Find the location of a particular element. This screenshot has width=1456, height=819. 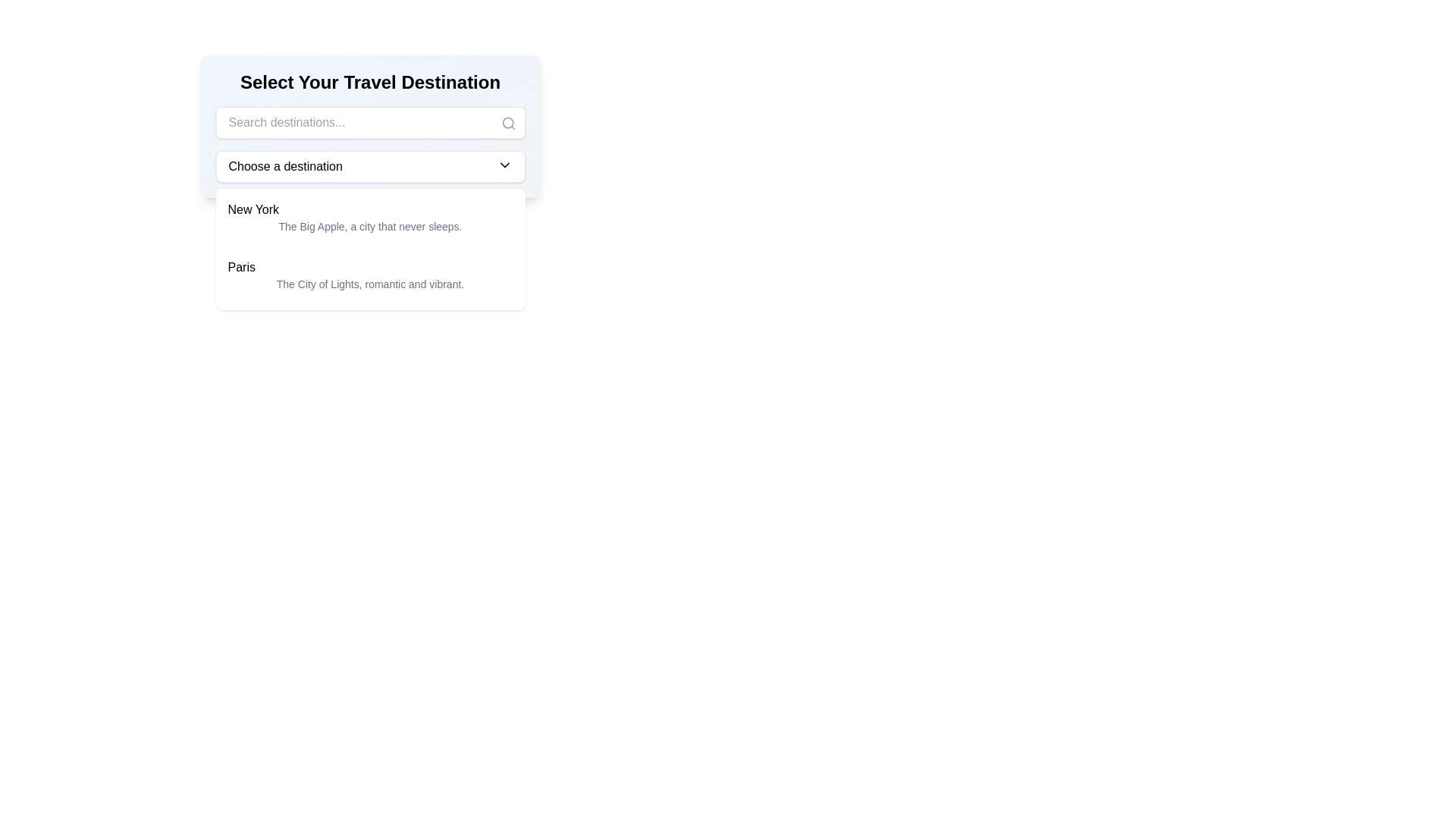

the text label for the 'Paris' travel destination entry, which is the first line of the second item in a vertical list of destinations, positioned directly below 'New York' is located at coordinates (240, 267).